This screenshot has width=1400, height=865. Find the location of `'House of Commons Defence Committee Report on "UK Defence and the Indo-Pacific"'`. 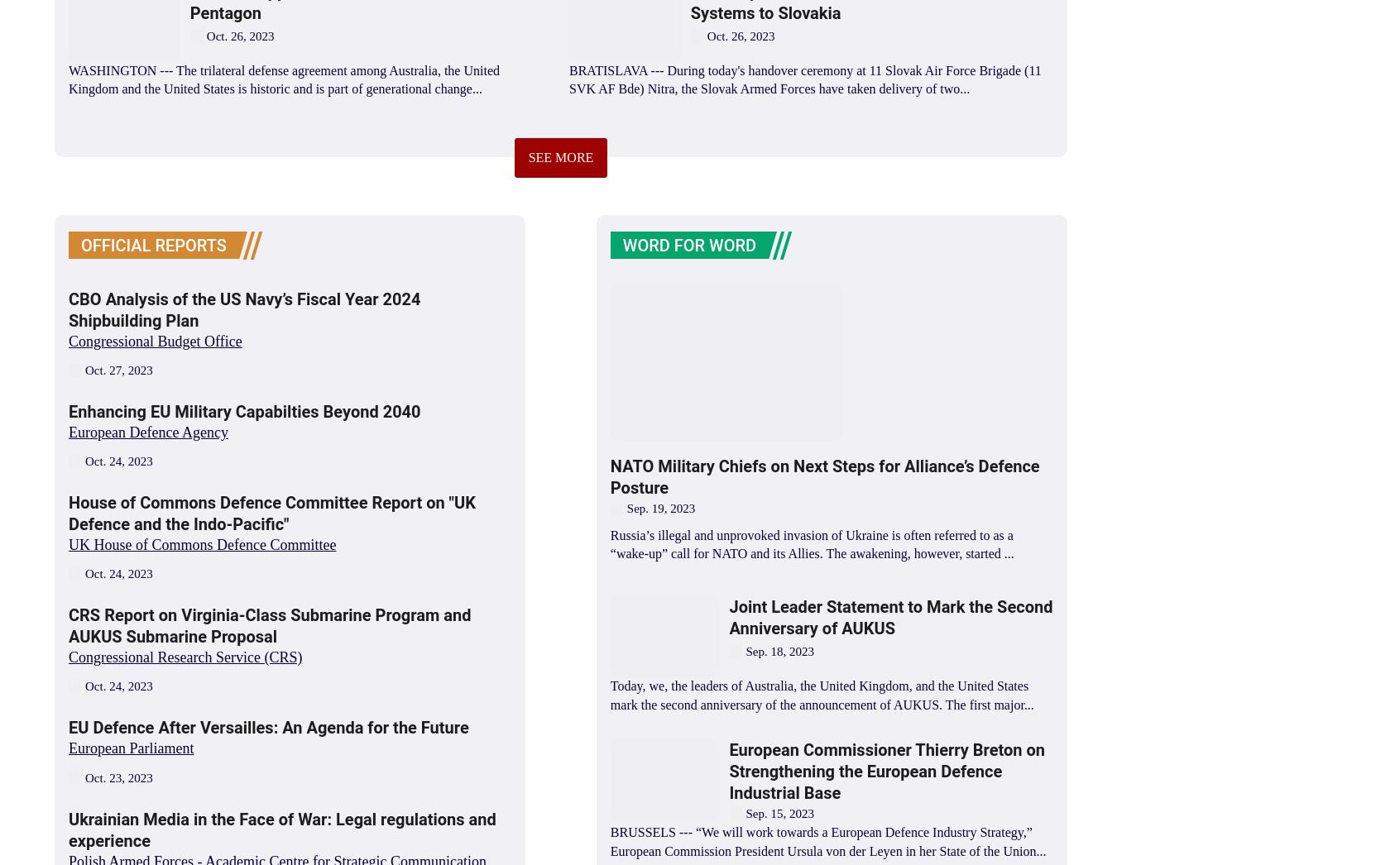

'House of Commons Defence Committee Report on "UK Defence and the Indo-Pacific"' is located at coordinates (271, 514).